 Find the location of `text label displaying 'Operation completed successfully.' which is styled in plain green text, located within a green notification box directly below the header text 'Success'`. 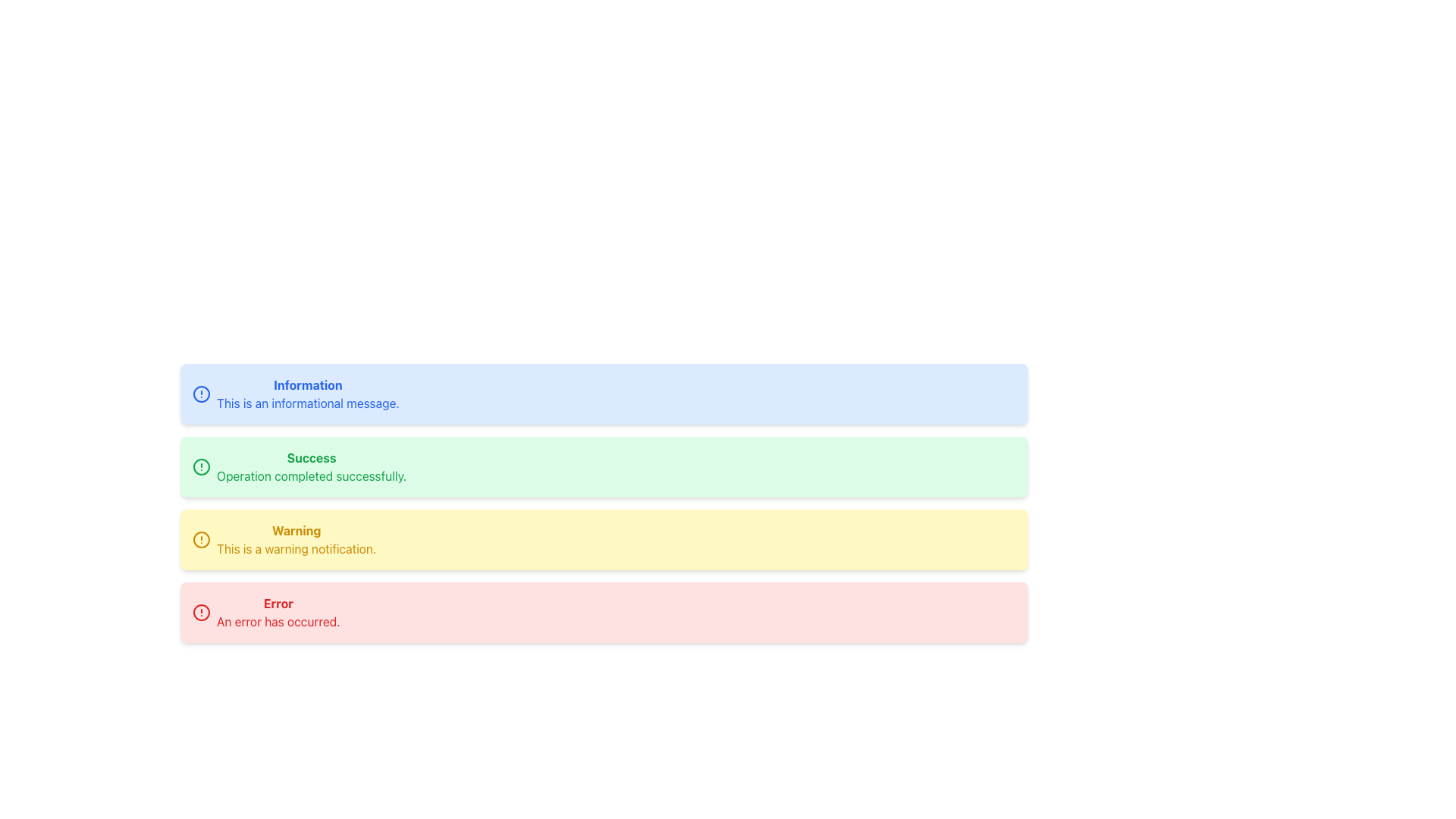

text label displaying 'Operation completed successfully.' which is styled in plain green text, located within a green notification box directly below the header text 'Success' is located at coordinates (311, 475).